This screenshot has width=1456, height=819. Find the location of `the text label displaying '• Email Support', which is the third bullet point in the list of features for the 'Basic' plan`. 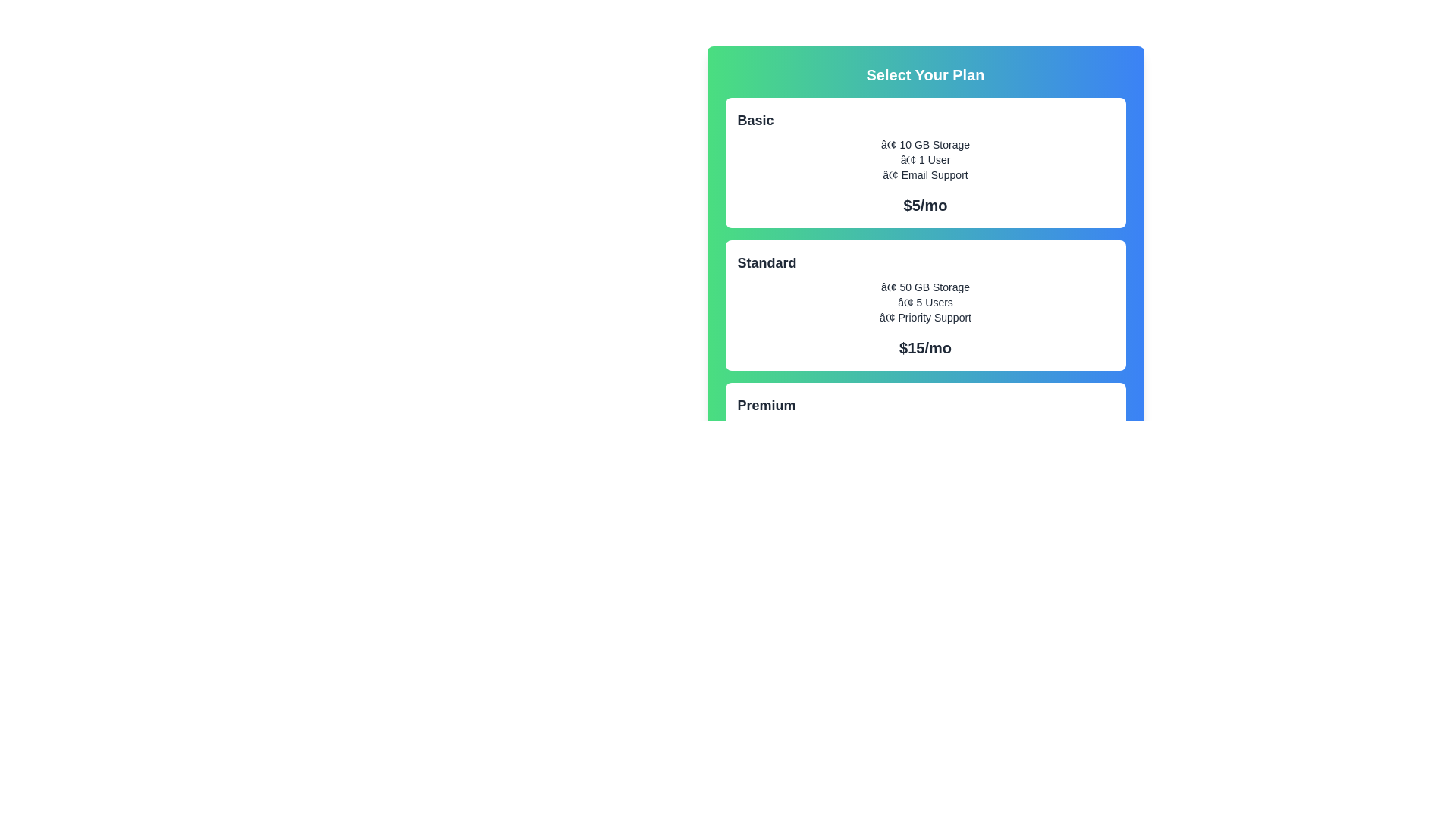

the text label displaying '• Email Support', which is the third bullet point in the list of features for the 'Basic' plan is located at coordinates (924, 174).